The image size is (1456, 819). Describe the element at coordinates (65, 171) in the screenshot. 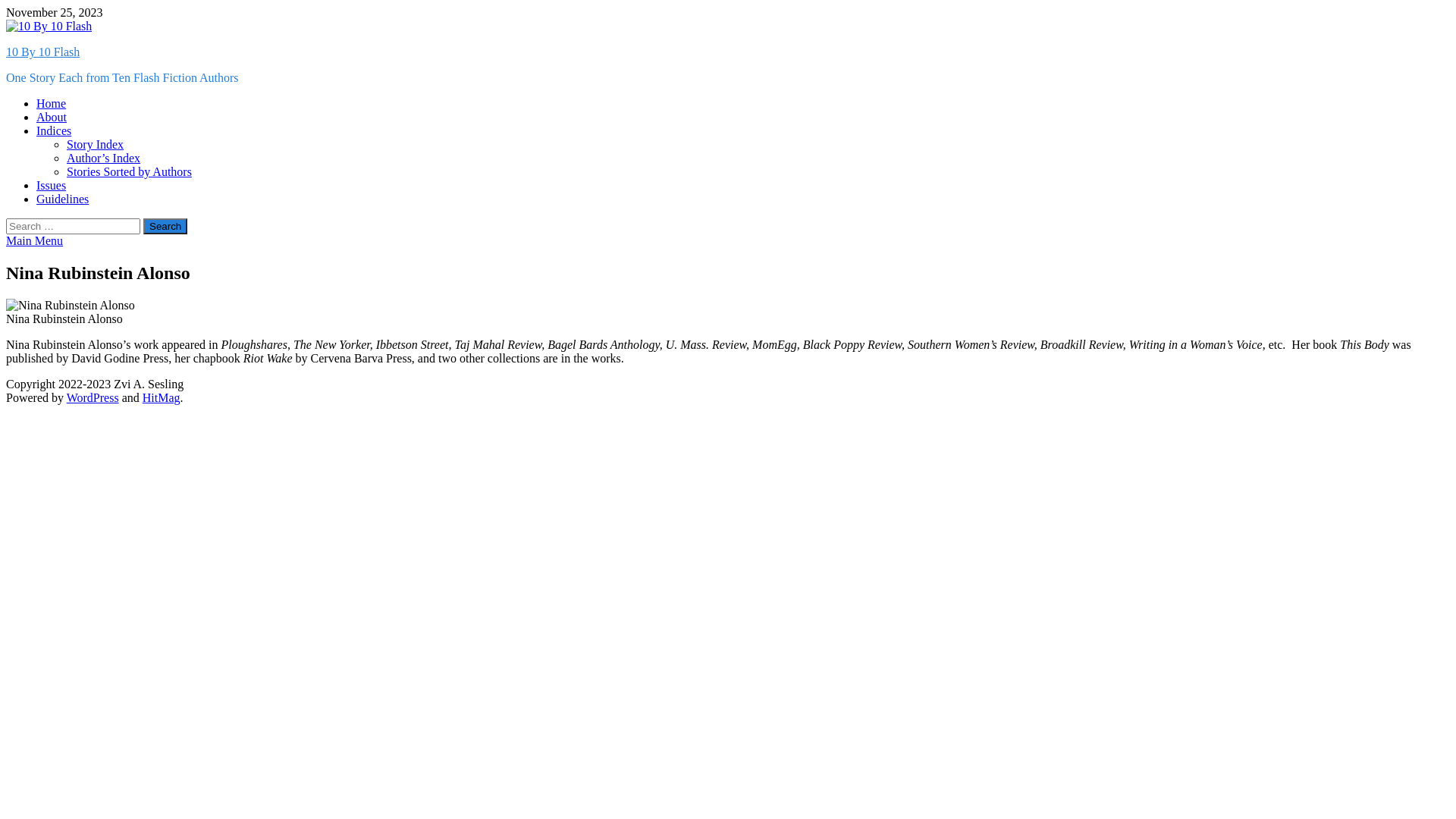

I see `'Stories Sorted by Authors'` at that location.